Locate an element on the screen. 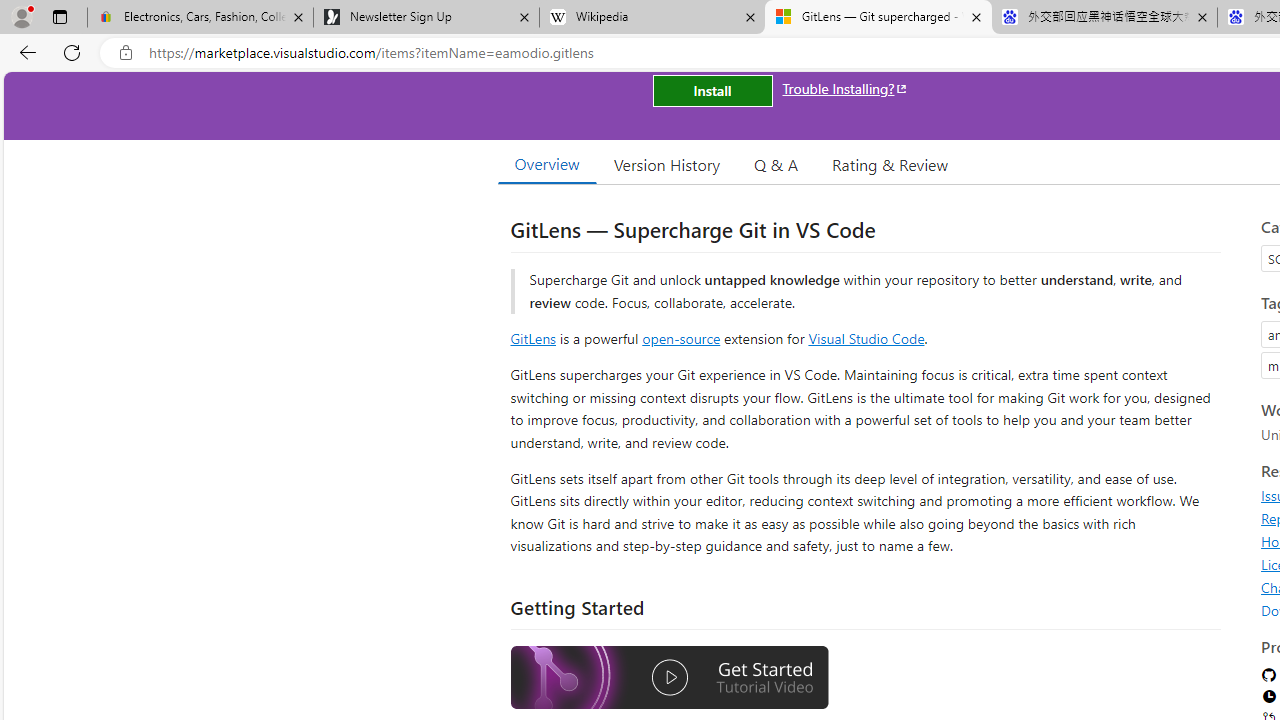  'Rating & Review' is located at coordinates (889, 163).